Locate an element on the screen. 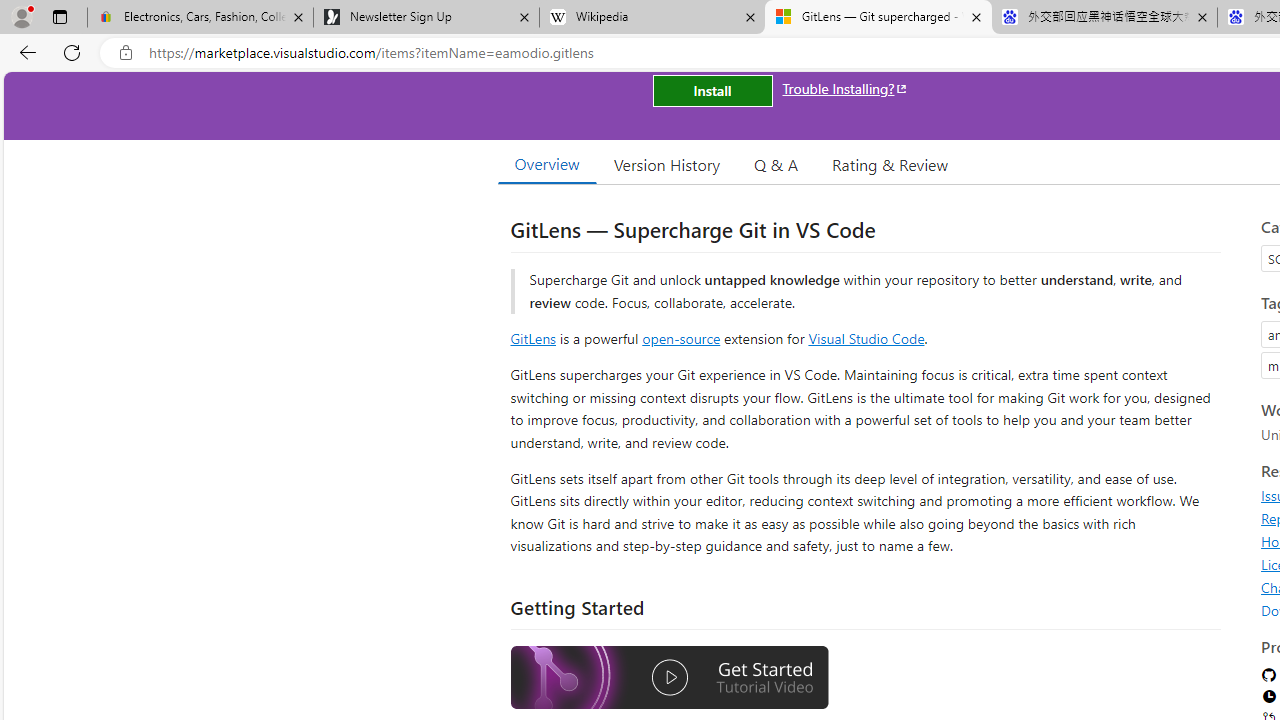  'Rating & Review' is located at coordinates (889, 163).